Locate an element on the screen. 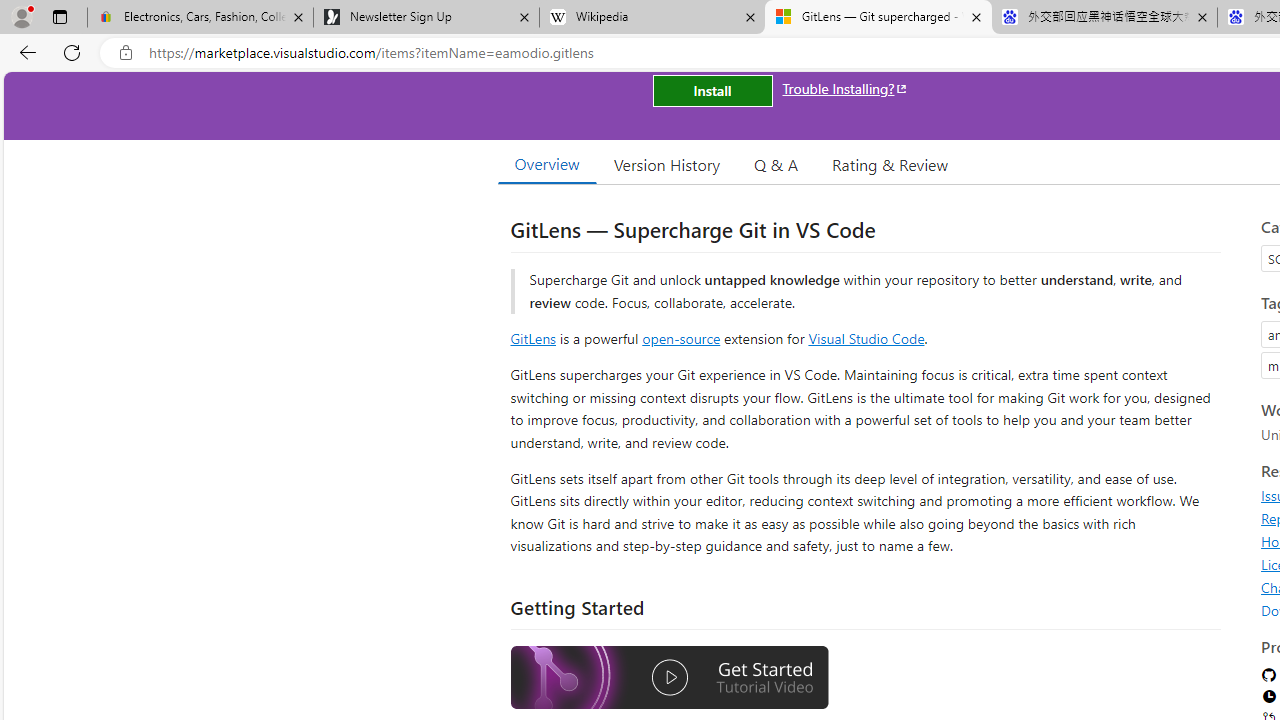  'Rating & Review' is located at coordinates (889, 163).